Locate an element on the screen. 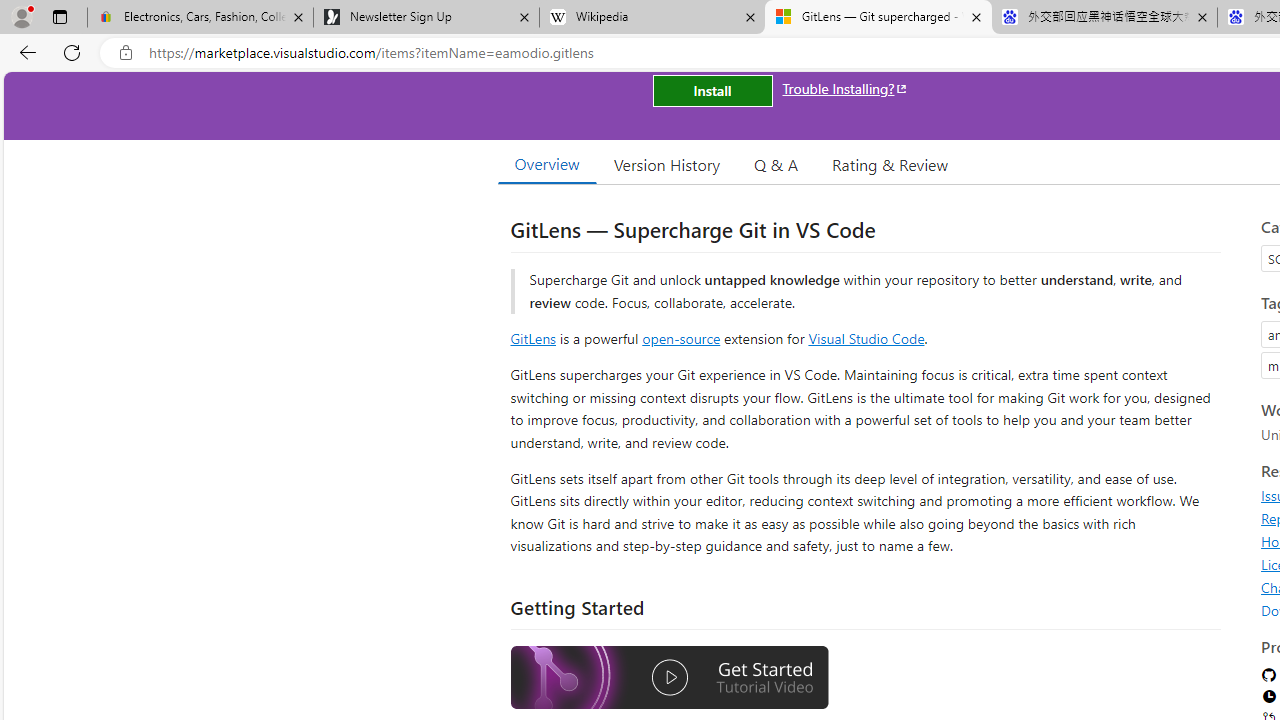  'Rating & Review' is located at coordinates (889, 163).